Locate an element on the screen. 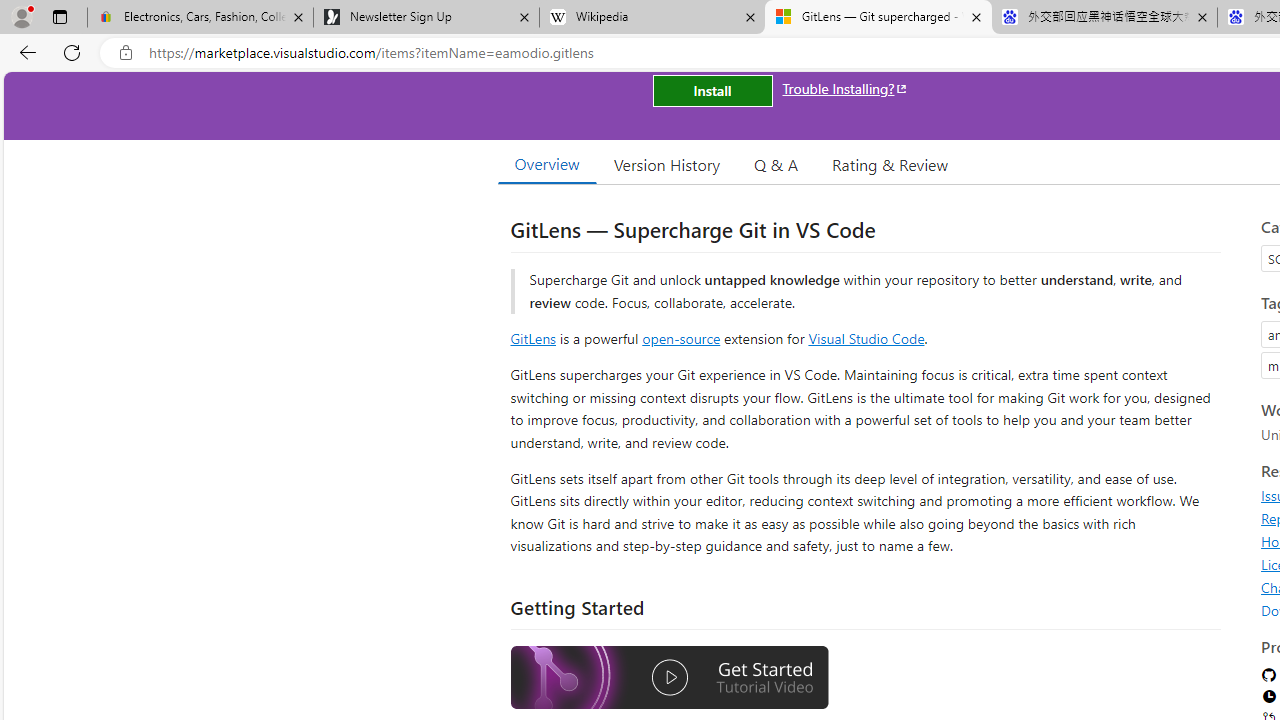  'Rating & Review' is located at coordinates (889, 163).